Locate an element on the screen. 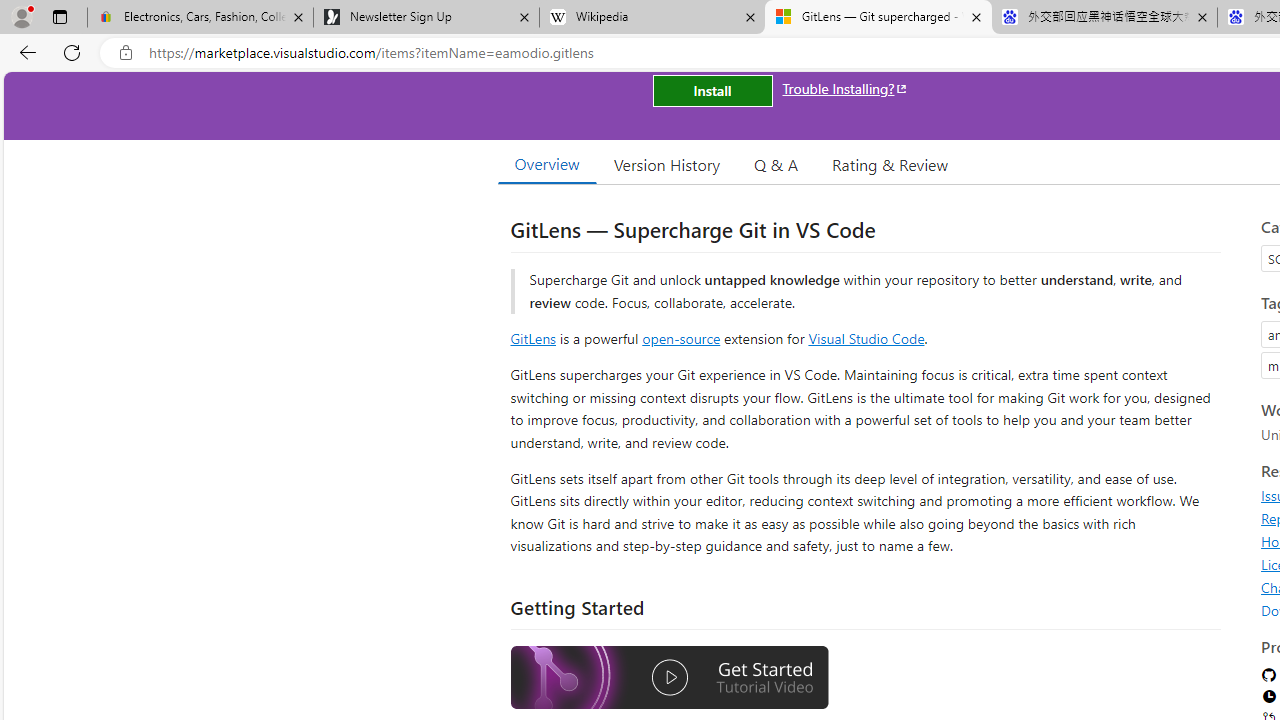  'Rating & Review' is located at coordinates (889, 163).